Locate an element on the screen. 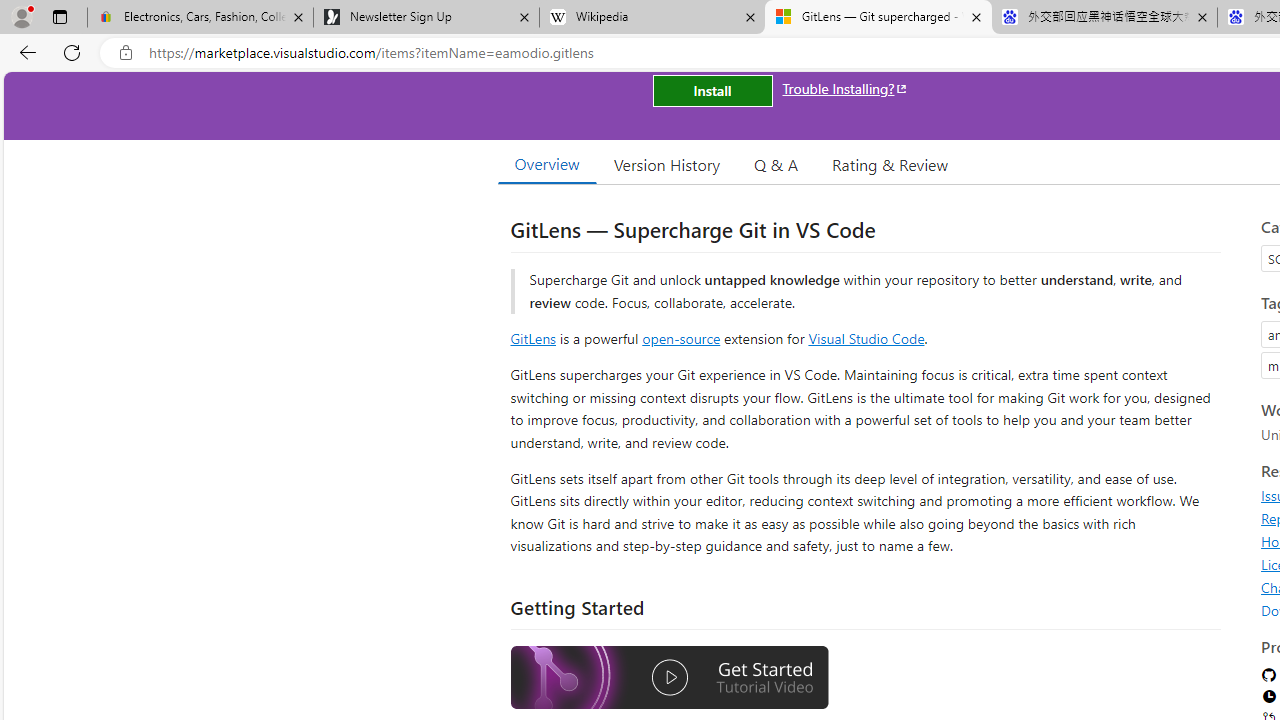  'Rating & Review' is located at coordinates (889, 163).